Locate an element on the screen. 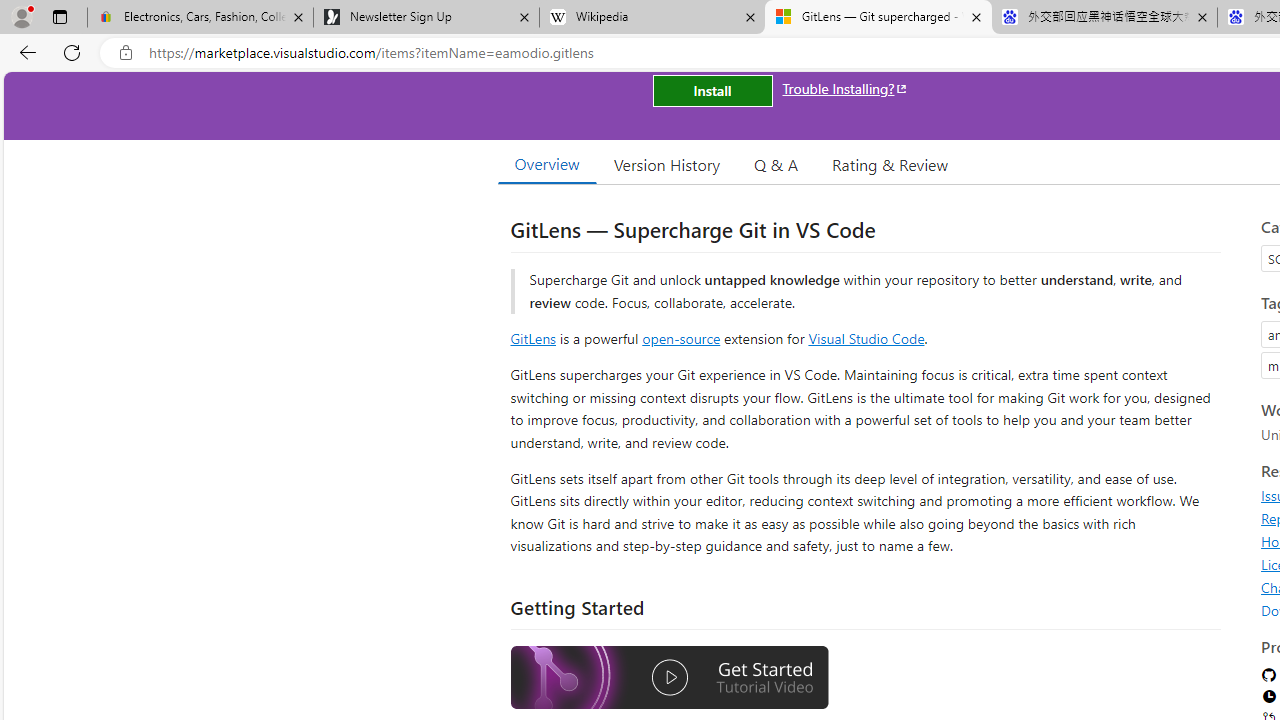  'Rating & Review' is located at coordinates (889, 163).